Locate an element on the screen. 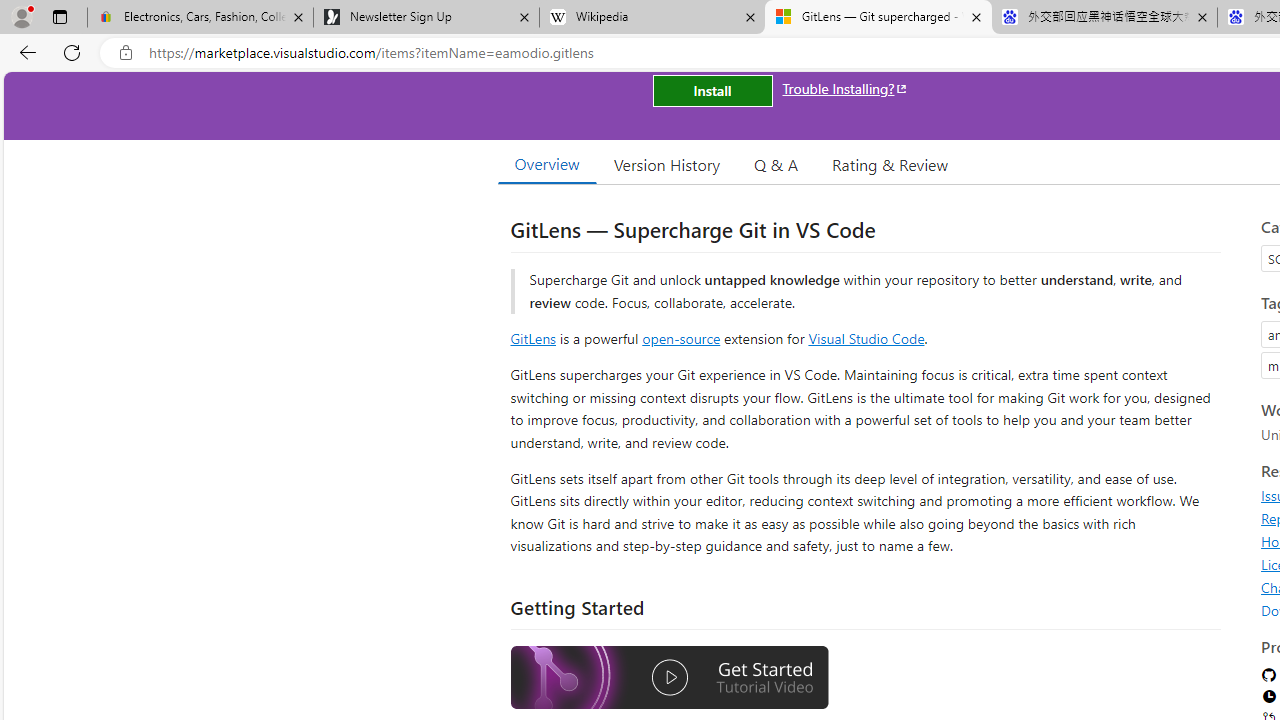  'Rating & Review' is located at coordinates (889, 163).